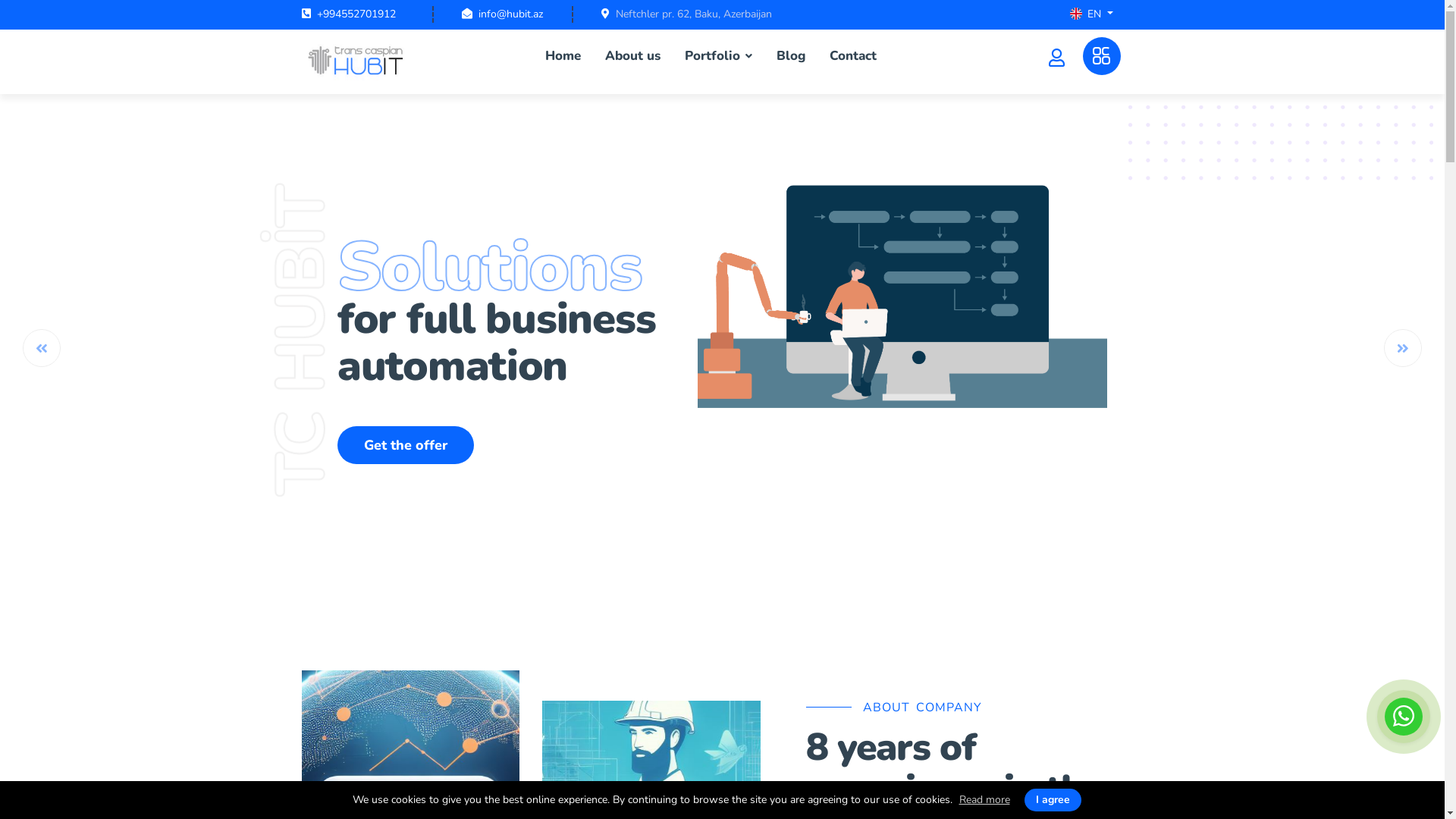  What do you see at coordinates (764, 55) in the screenshot?
I see `'Blog'` at bounding box center [764, 55].